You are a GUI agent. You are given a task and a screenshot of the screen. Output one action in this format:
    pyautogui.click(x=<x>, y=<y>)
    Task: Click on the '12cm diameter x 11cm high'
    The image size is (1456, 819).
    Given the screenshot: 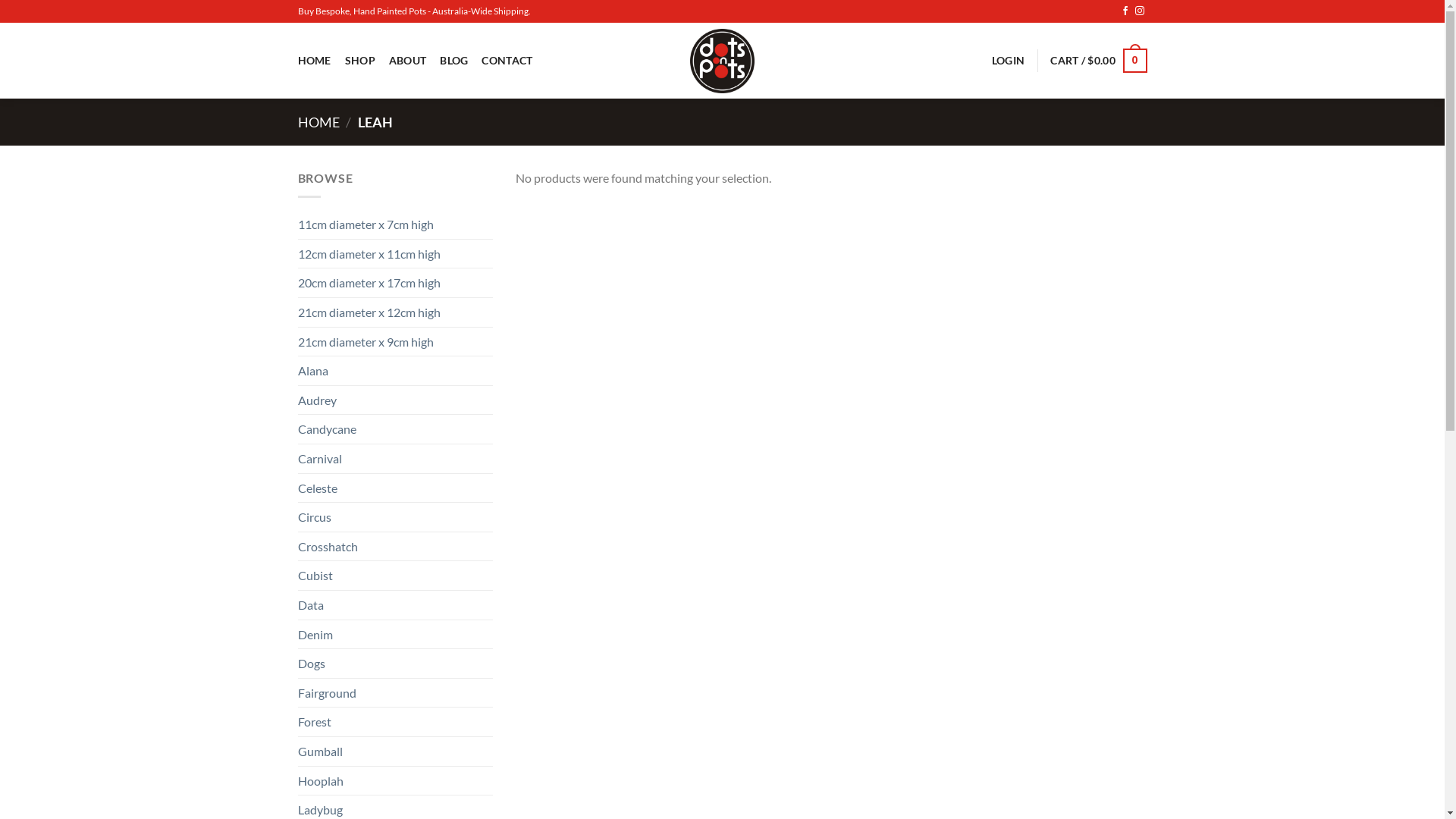 What is the action you would take?
    pyautogui.click(x=395, y=253)
    